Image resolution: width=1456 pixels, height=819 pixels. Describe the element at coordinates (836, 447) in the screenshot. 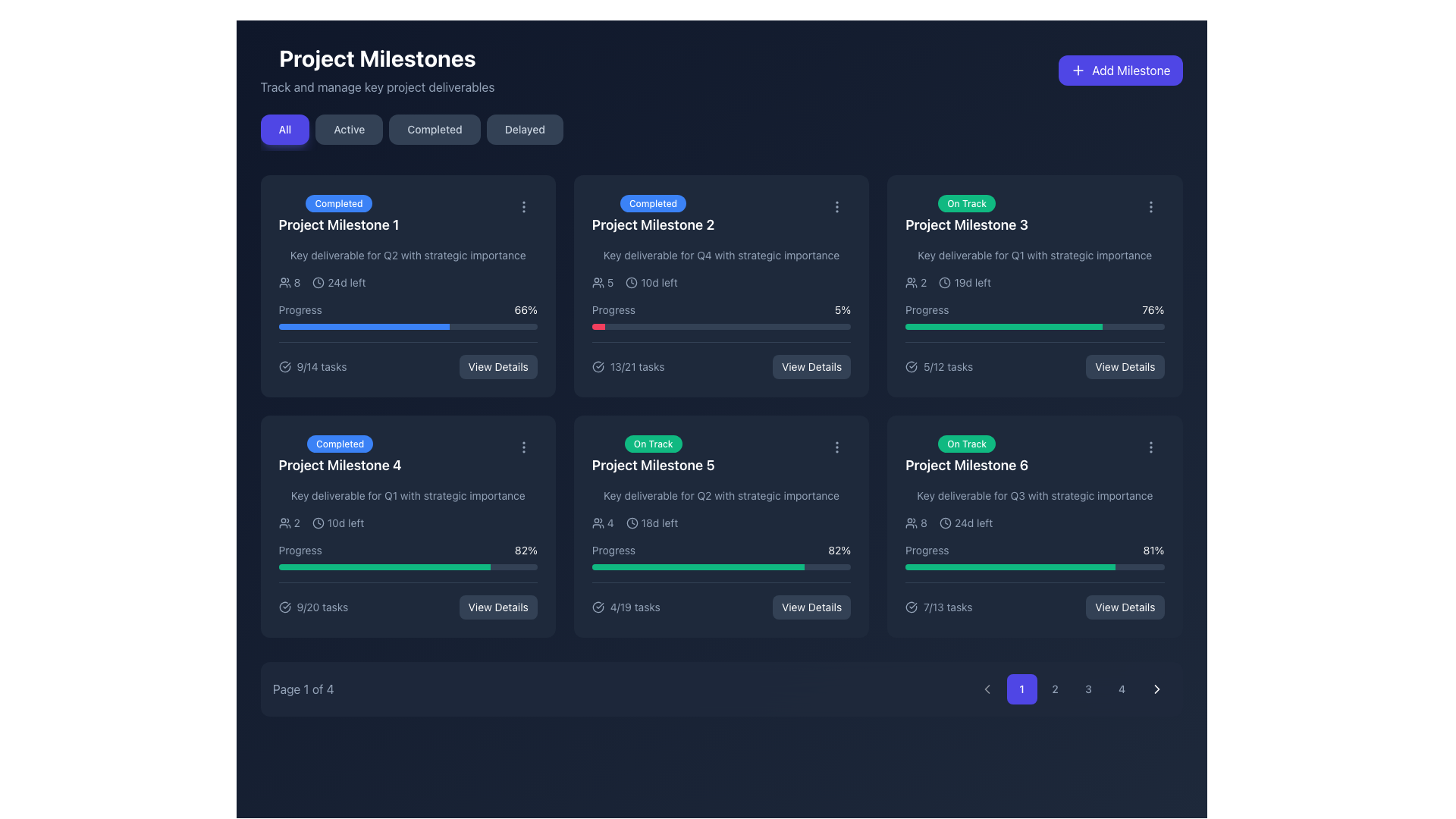

I see `the icon-based button in the top-right corner of the 'Project Milestone 5' card` at that location.